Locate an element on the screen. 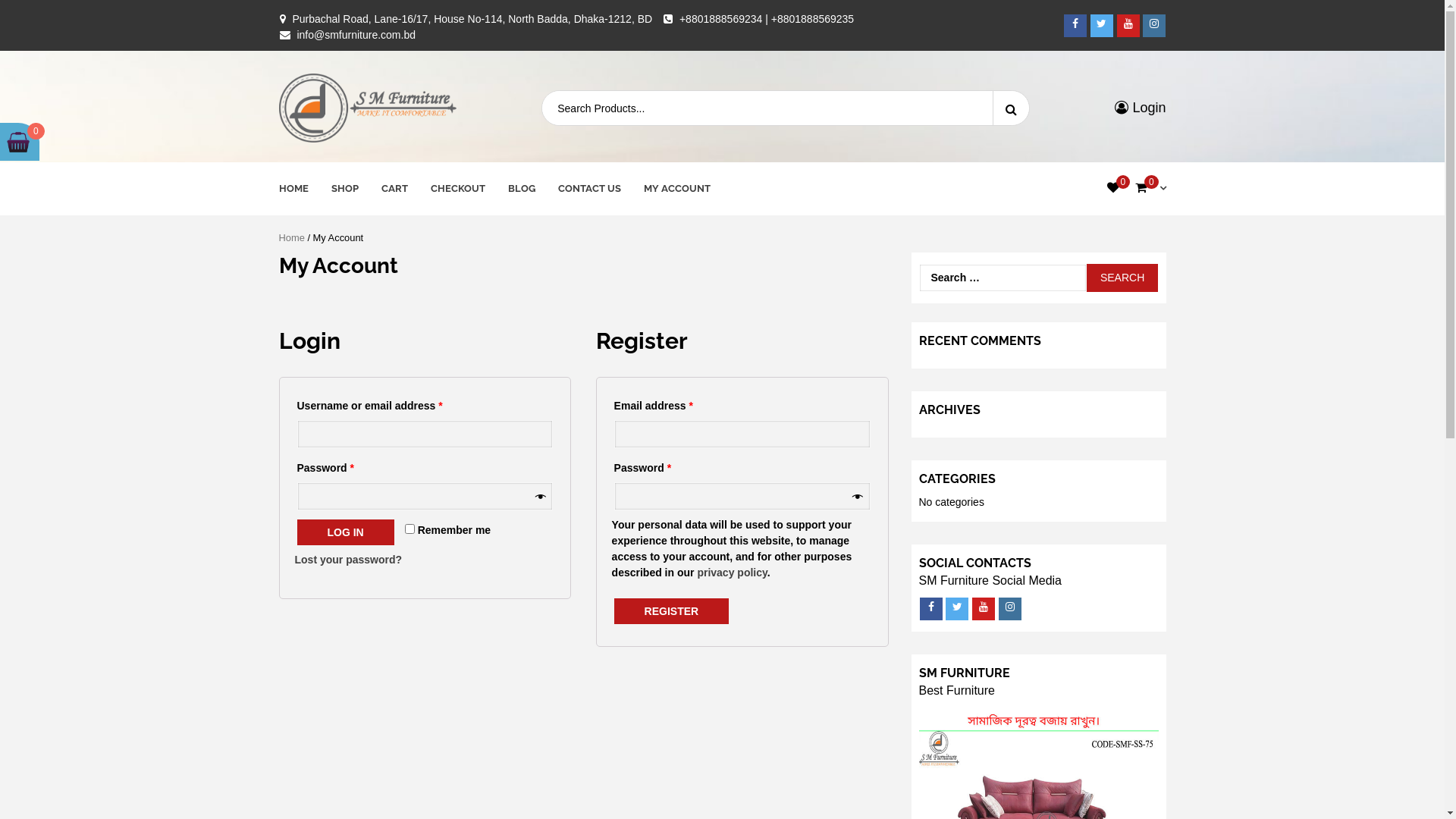 The width and height of the screenshot is (1456, 819). 'Youtube' is located at coordinates (1128, 25).